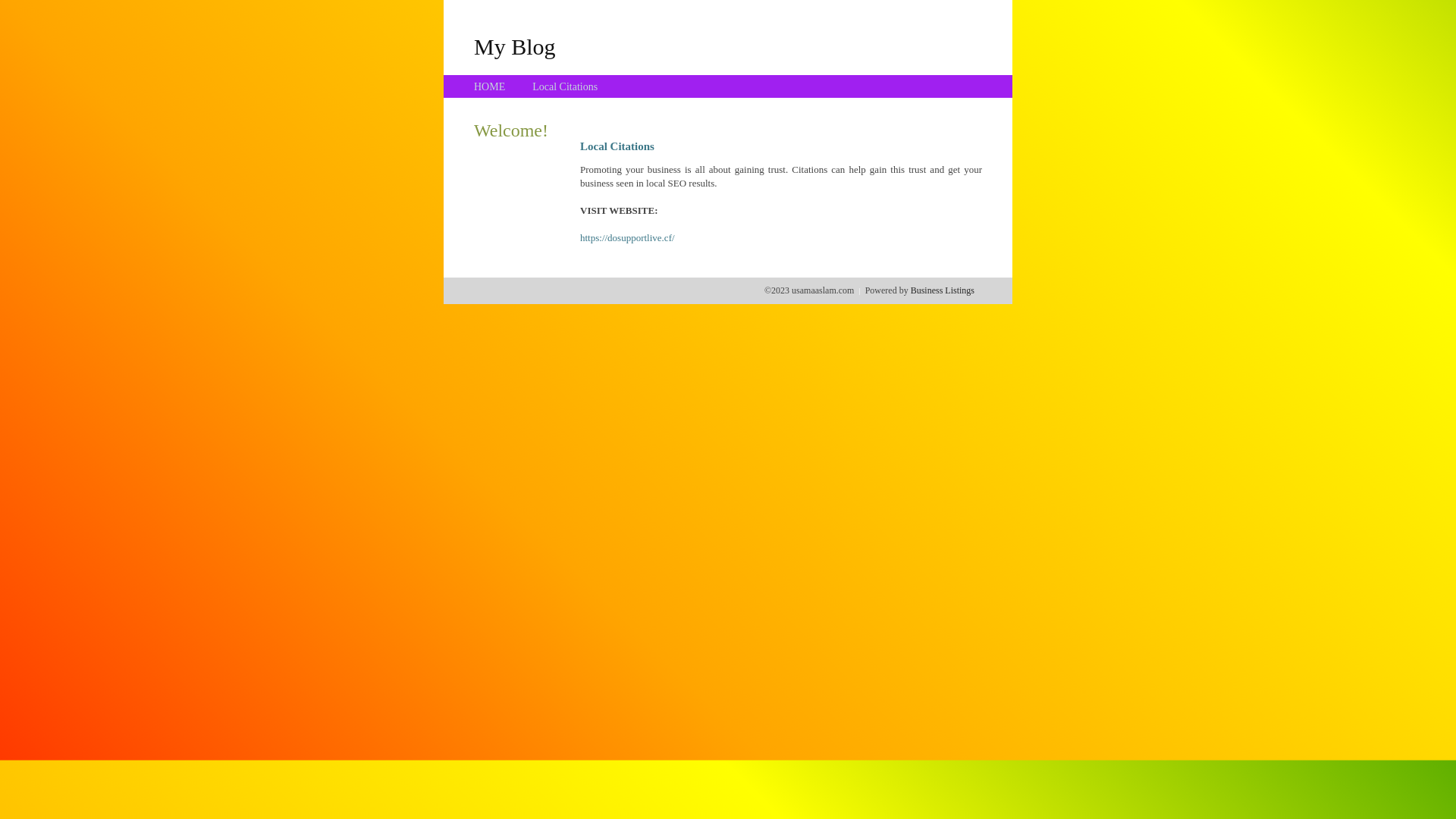 Image resolution: width=1456 pixels, height=819 pixels. What do you see at coordinates (472, 45) in the screenshot?
I see `'My Blog'` at bounding box center [472, 45].